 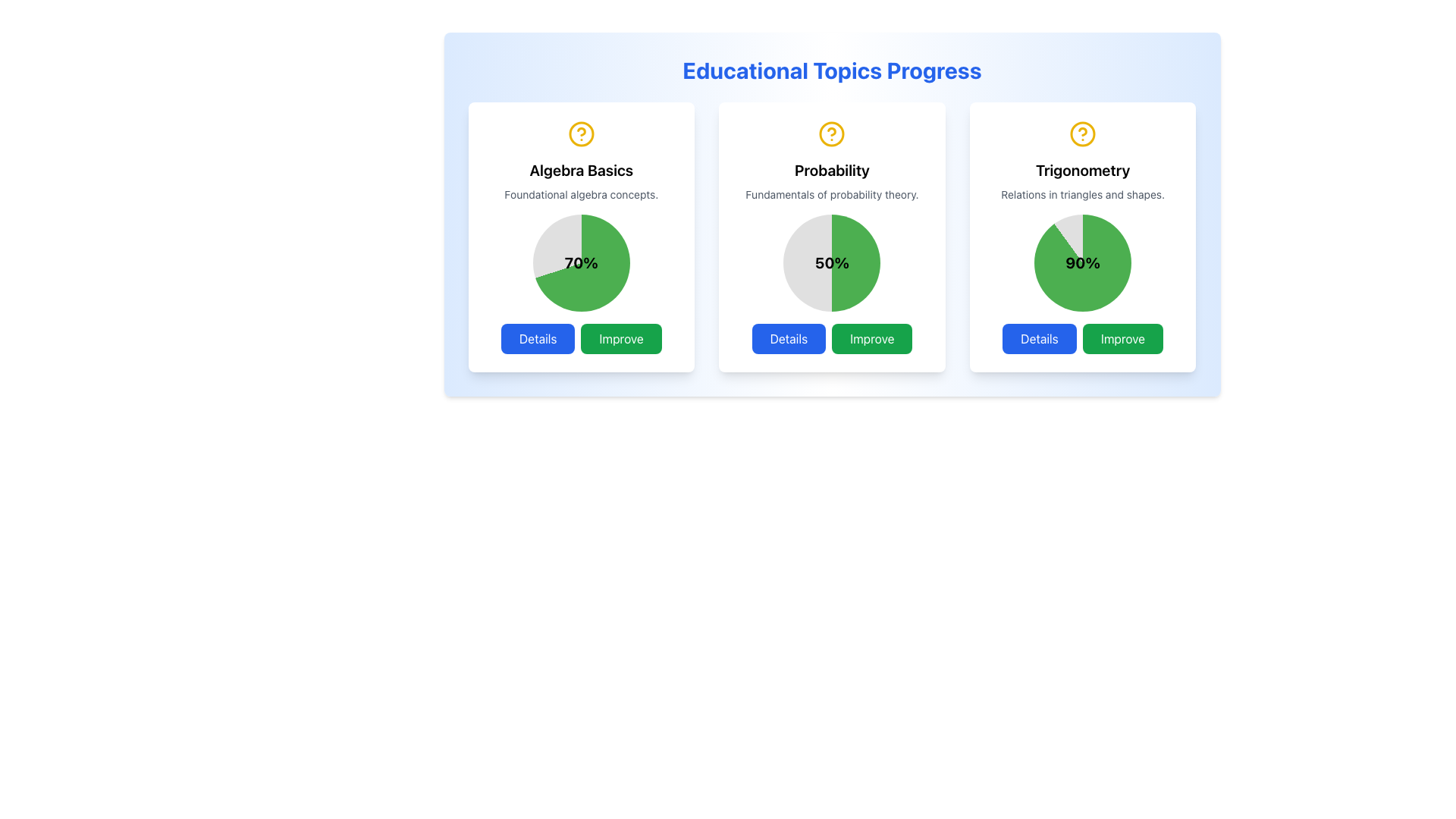 What do you see at coordinates (1039, 338) in the screenshot?
I see `the blue button labeled 'Details' to trigger its hover effect` at bounding box center [1039, 338].